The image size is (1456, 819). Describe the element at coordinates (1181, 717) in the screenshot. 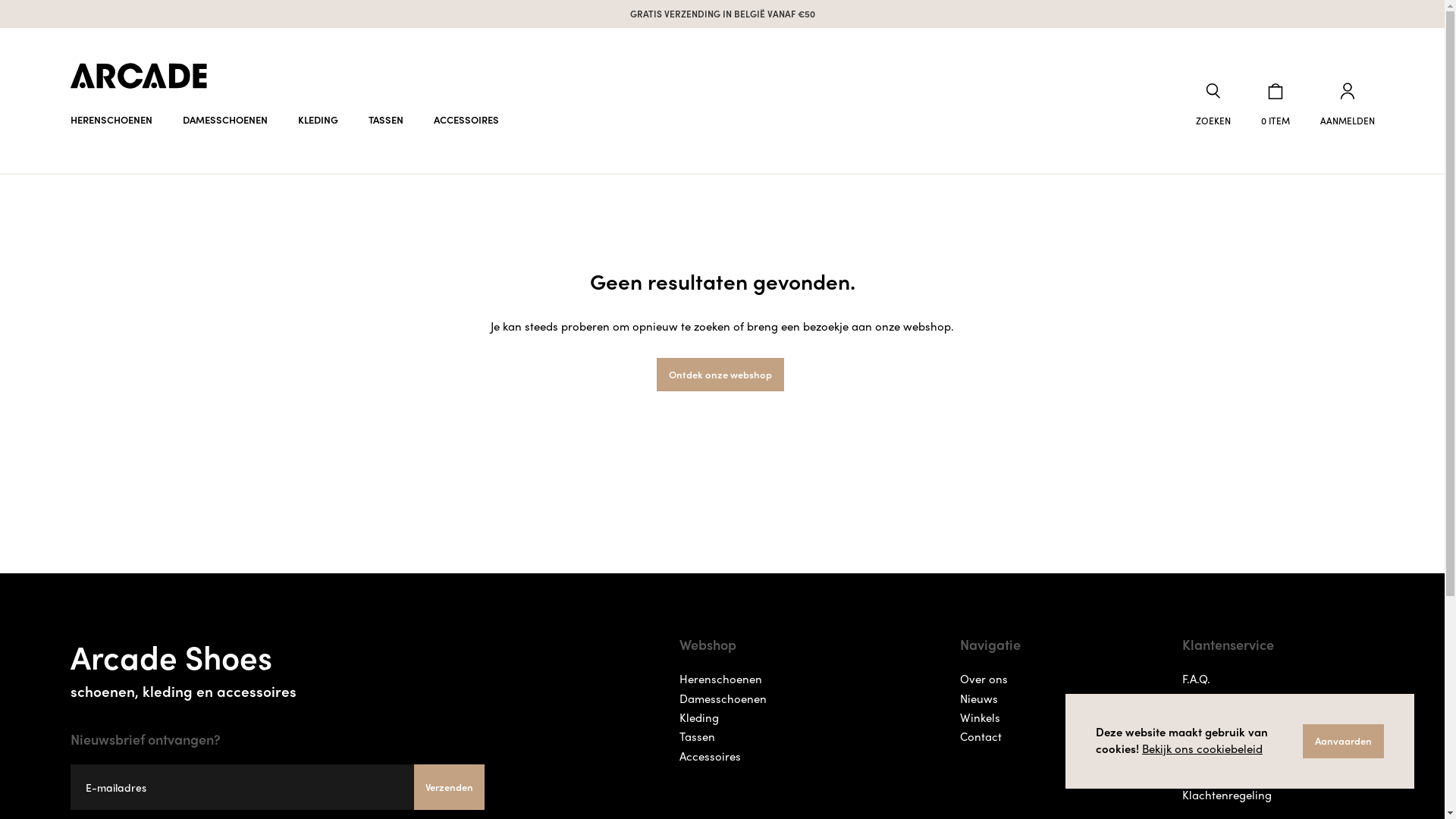

I see `'Disclaimer'` at that location.